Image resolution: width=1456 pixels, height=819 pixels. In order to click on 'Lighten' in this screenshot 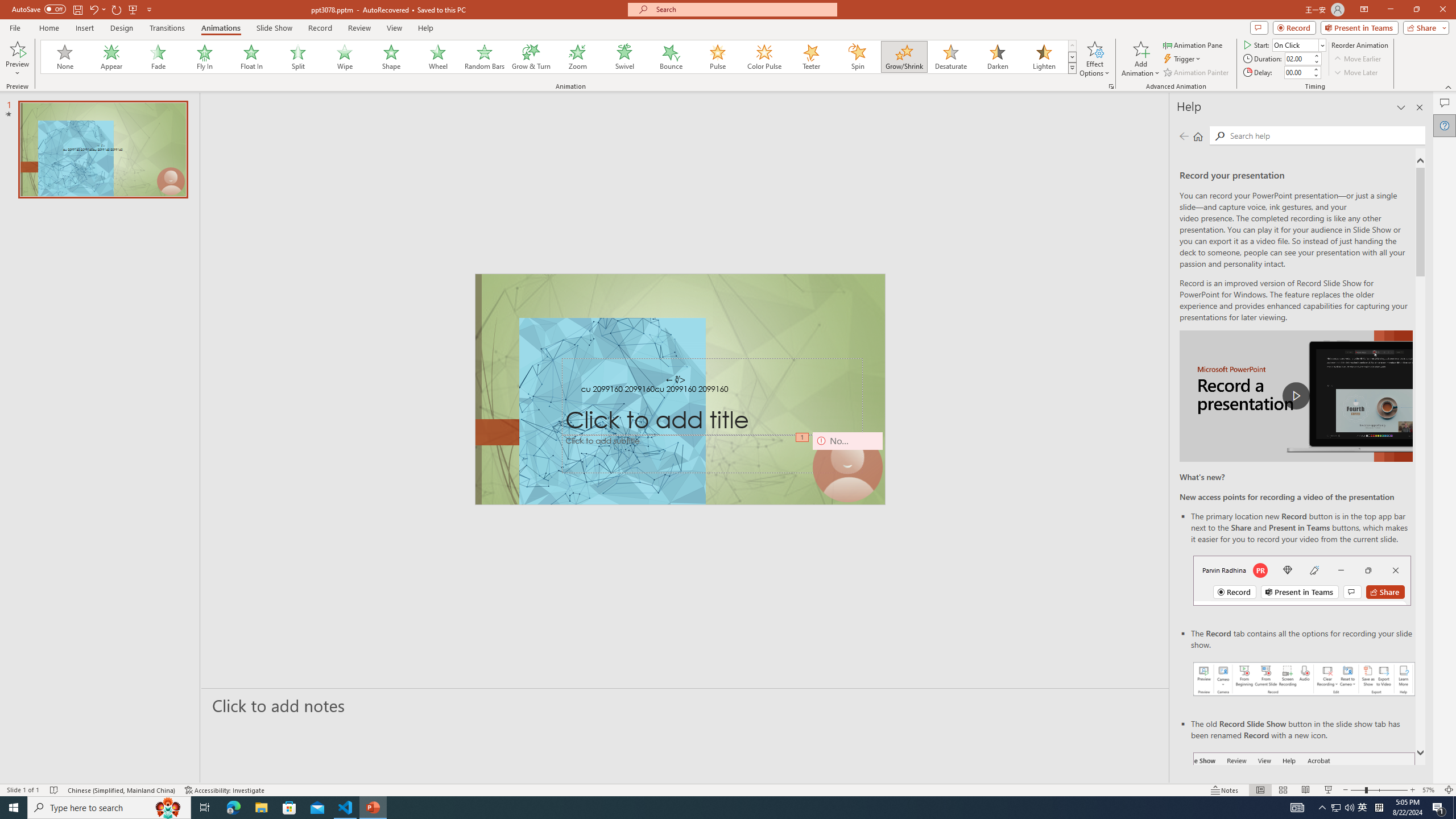, I will do `click(1043, 56)`.